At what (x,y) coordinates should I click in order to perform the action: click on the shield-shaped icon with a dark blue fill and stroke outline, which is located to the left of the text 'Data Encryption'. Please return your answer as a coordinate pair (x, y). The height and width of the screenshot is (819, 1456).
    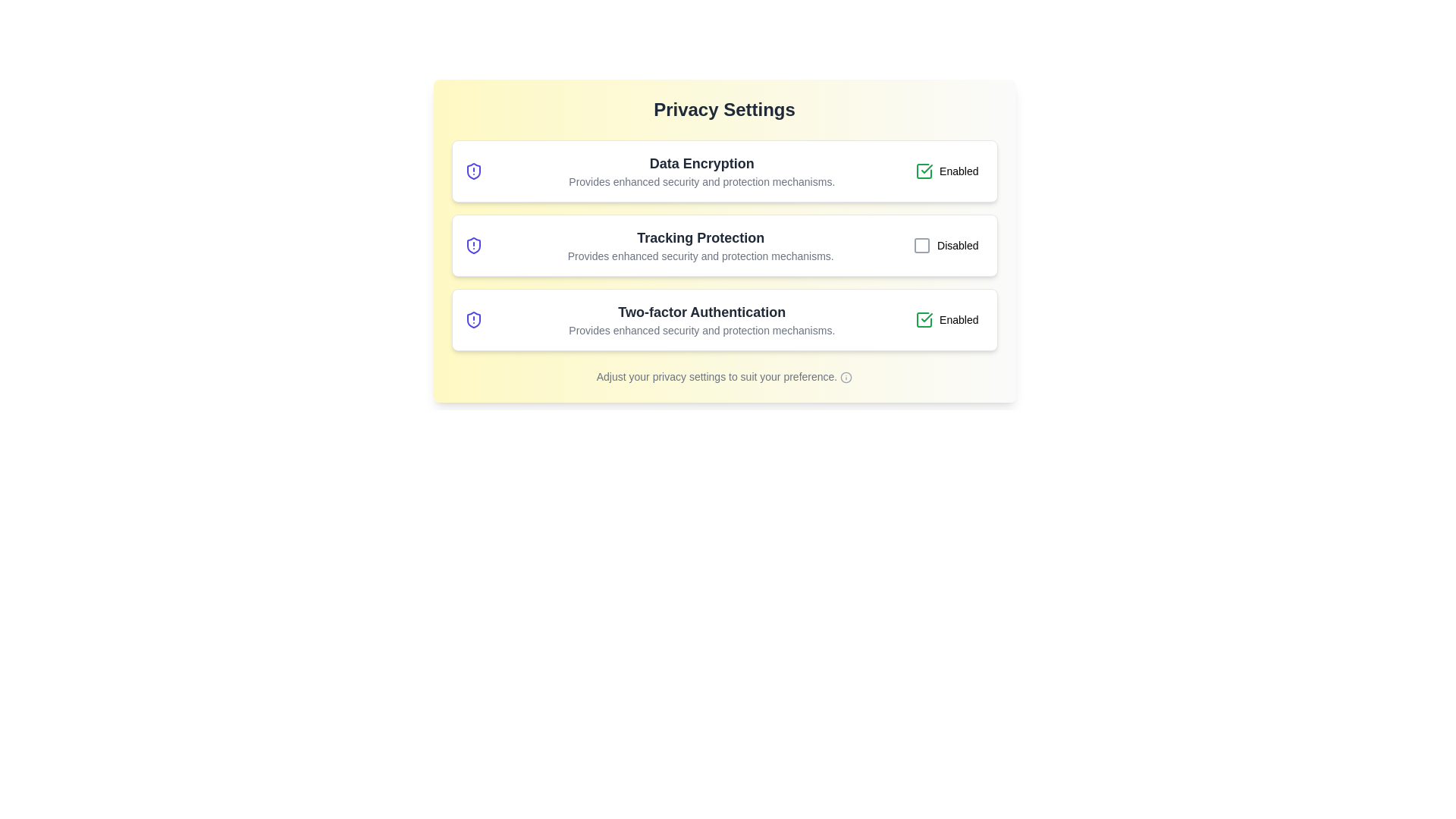
    Looking at the image, I should click on (472, 171).